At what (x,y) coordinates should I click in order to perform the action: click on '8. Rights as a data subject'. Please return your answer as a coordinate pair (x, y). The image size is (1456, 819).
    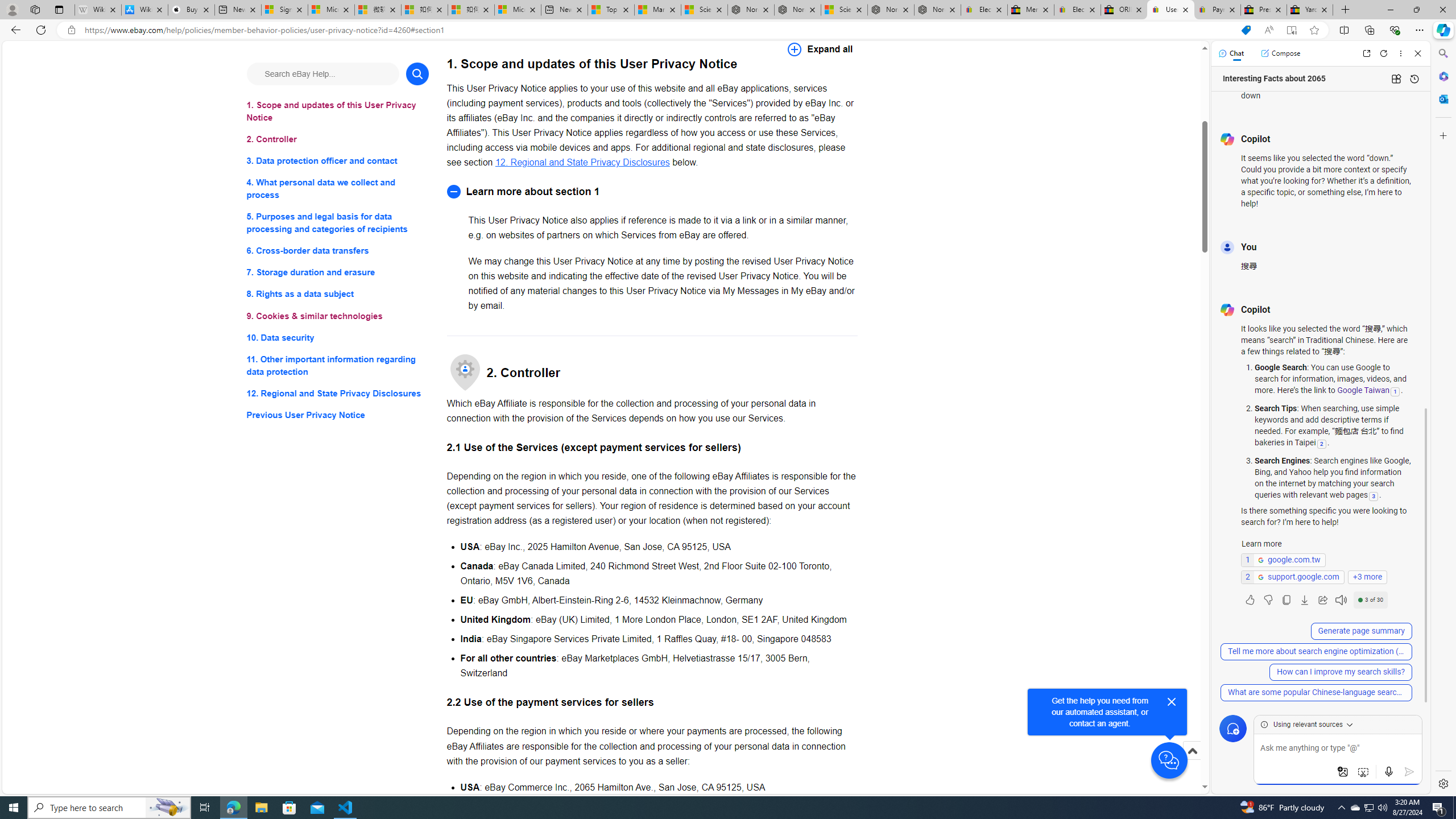
    Looking at the image, I should click on (337, 293).